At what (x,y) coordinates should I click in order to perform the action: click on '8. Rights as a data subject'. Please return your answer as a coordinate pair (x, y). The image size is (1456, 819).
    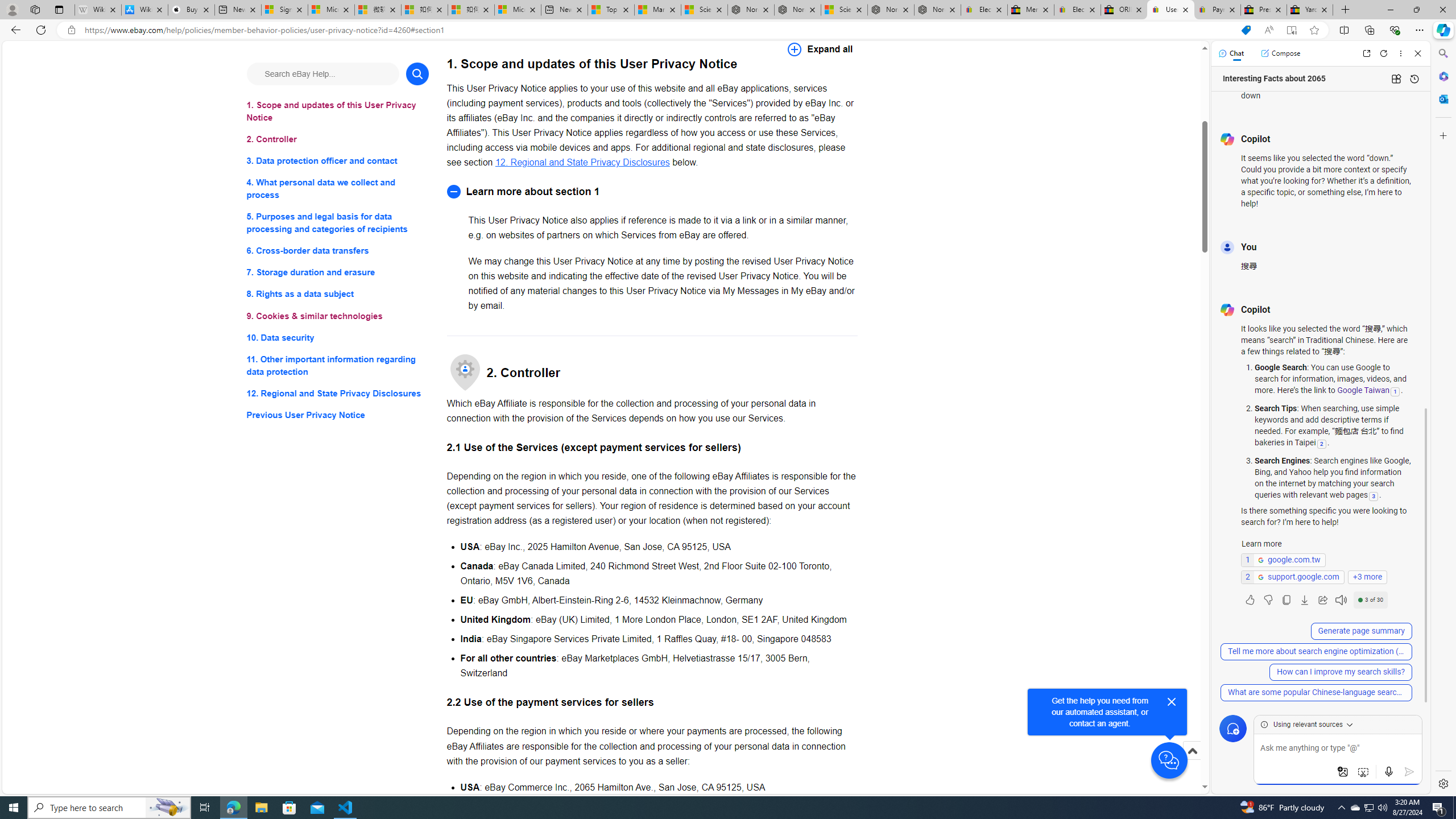
    Looking at the image, I should click on (337, 293).